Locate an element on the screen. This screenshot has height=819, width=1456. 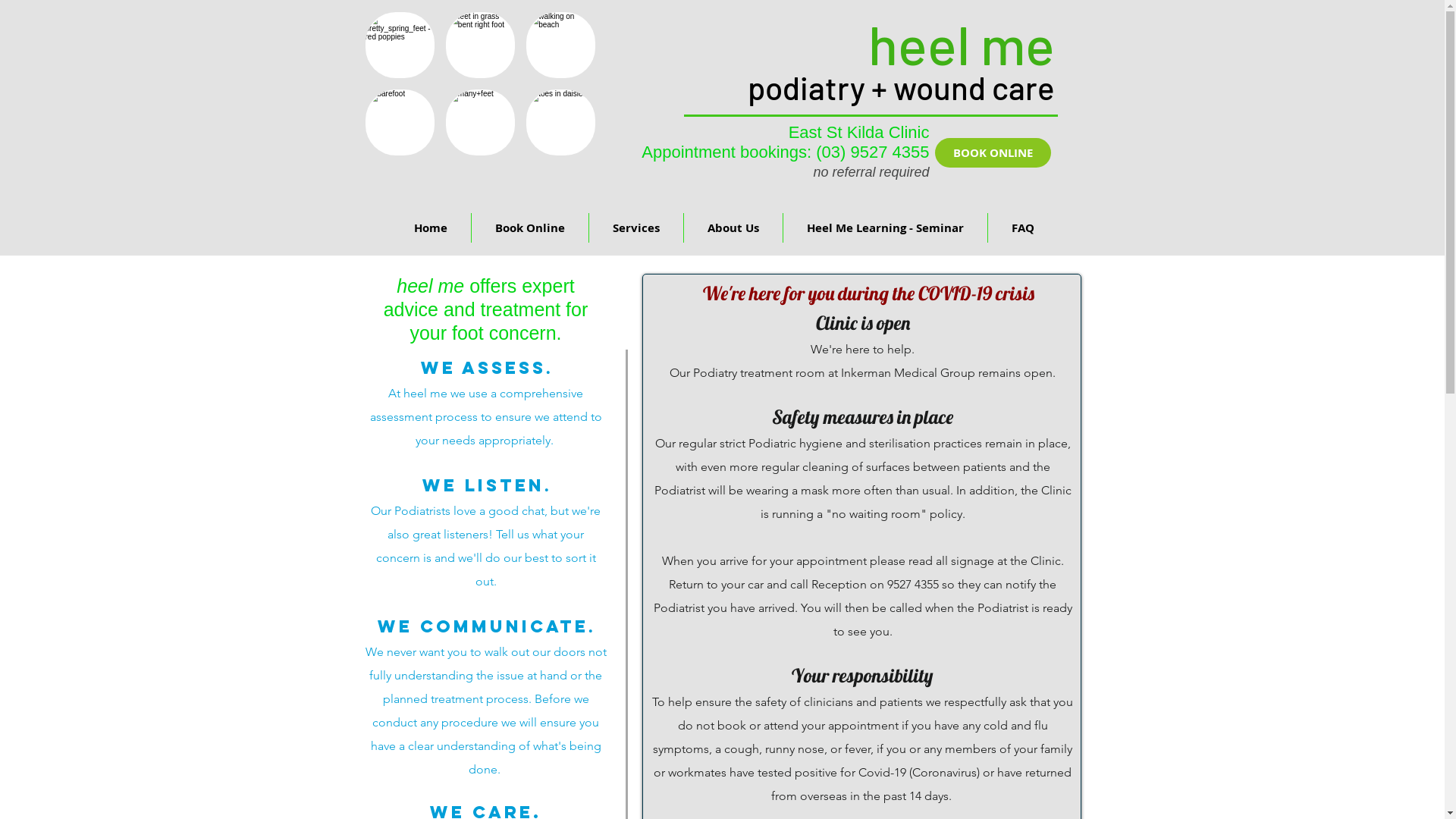
'Heel Me Learning - Seminar' is located at coordinates (884, 227).